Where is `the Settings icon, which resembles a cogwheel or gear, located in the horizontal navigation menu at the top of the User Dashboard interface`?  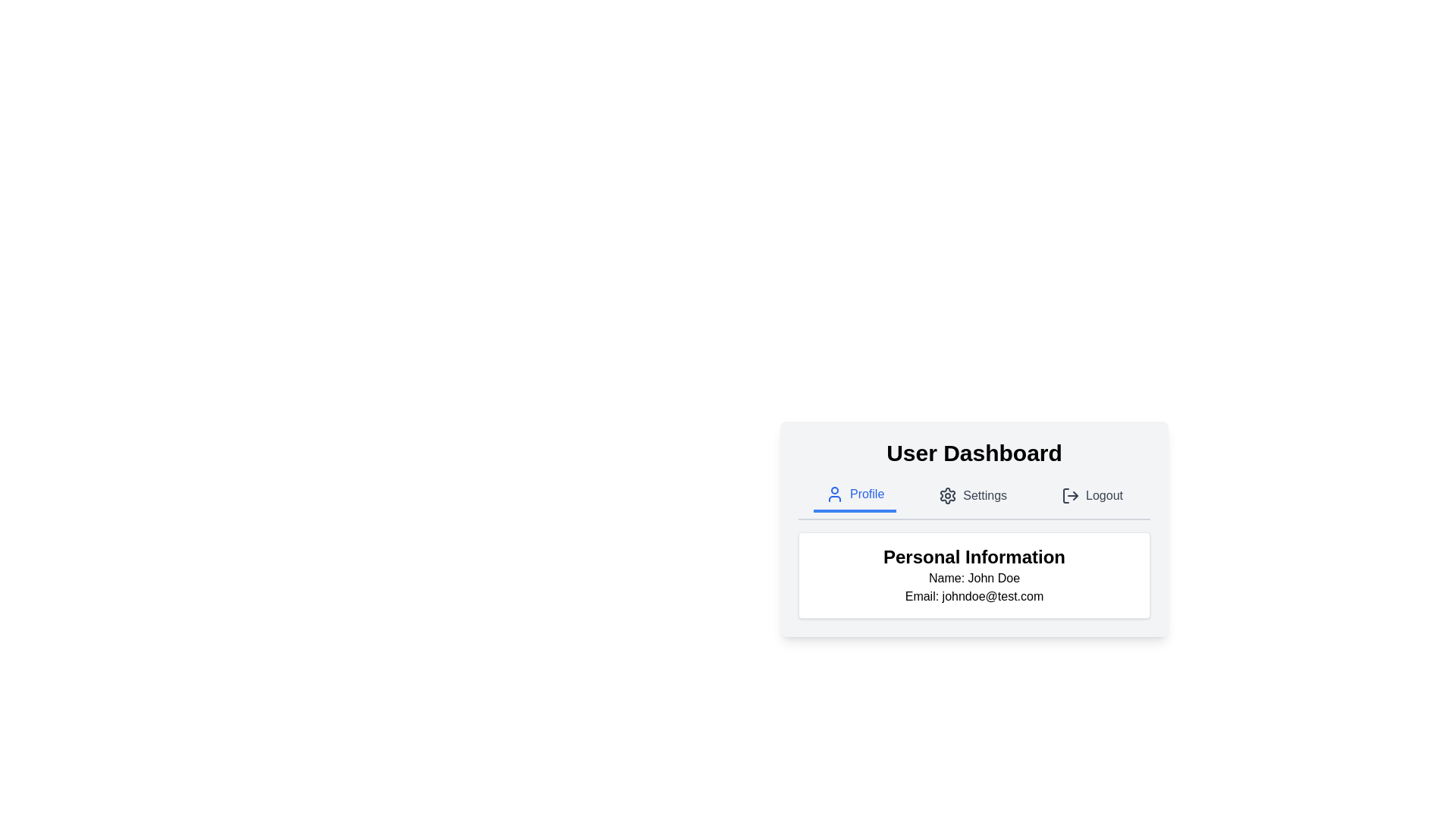
the Settings icon, which resembles a cogwheel or gear, located in the horizontal navigation menu at the top of the User Dashboard interface is located at coordinates (947, 496).